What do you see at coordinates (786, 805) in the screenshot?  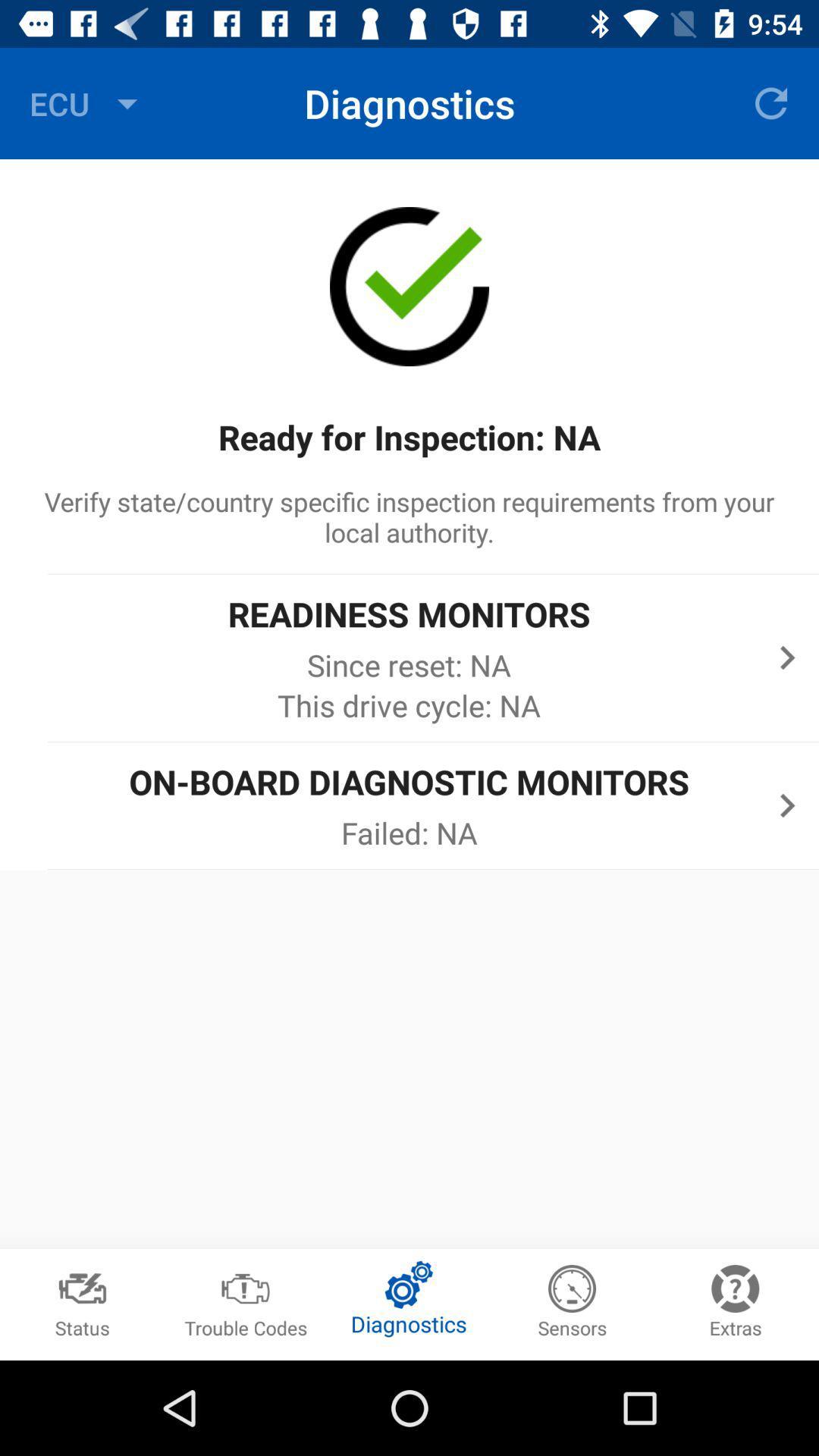 I see `the arrow icon from the bottom` at bounding box center [786, 805].